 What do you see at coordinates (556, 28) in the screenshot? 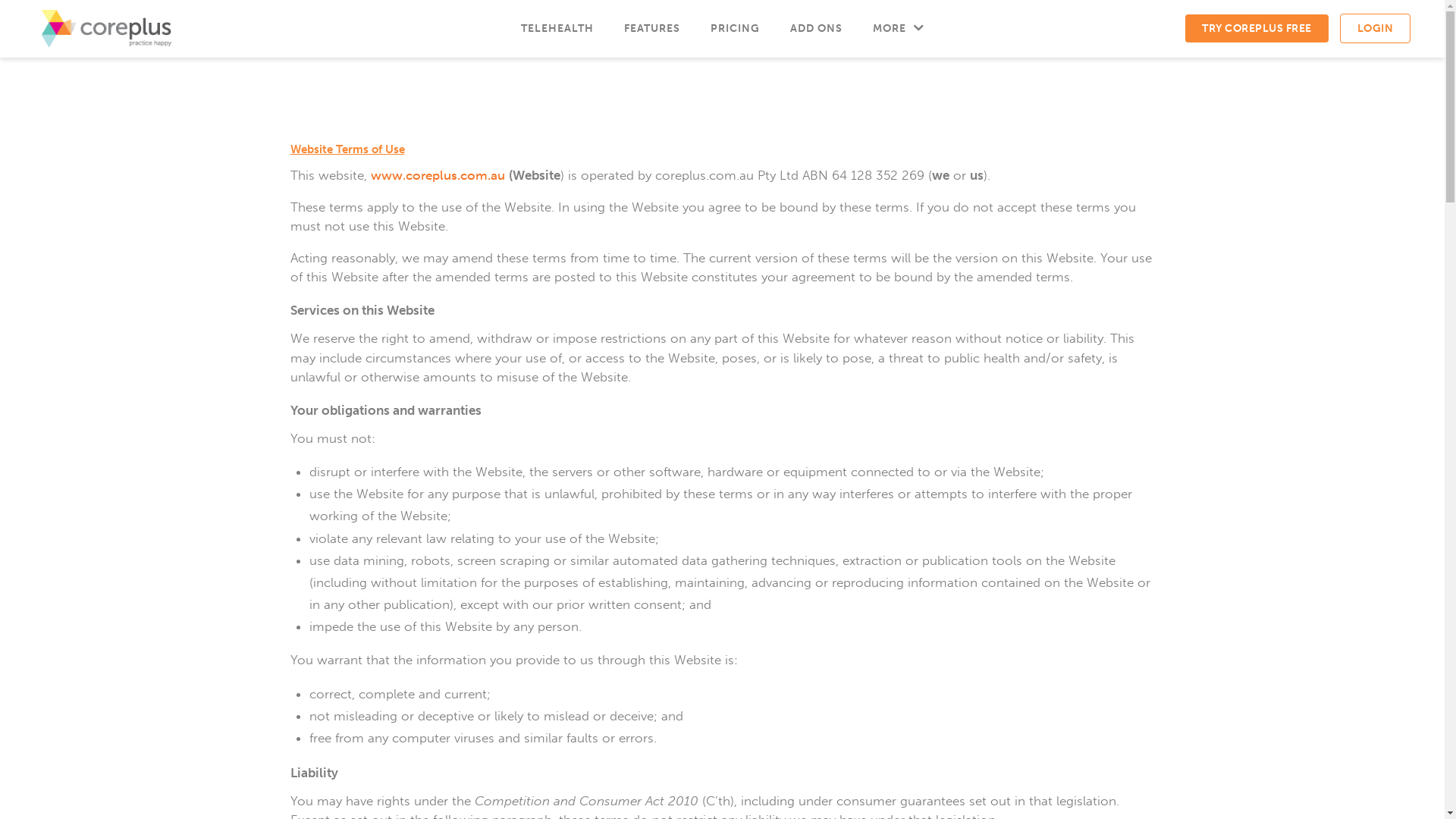
I see `'TELEHEALTH'` at bounding box center [556, 28].